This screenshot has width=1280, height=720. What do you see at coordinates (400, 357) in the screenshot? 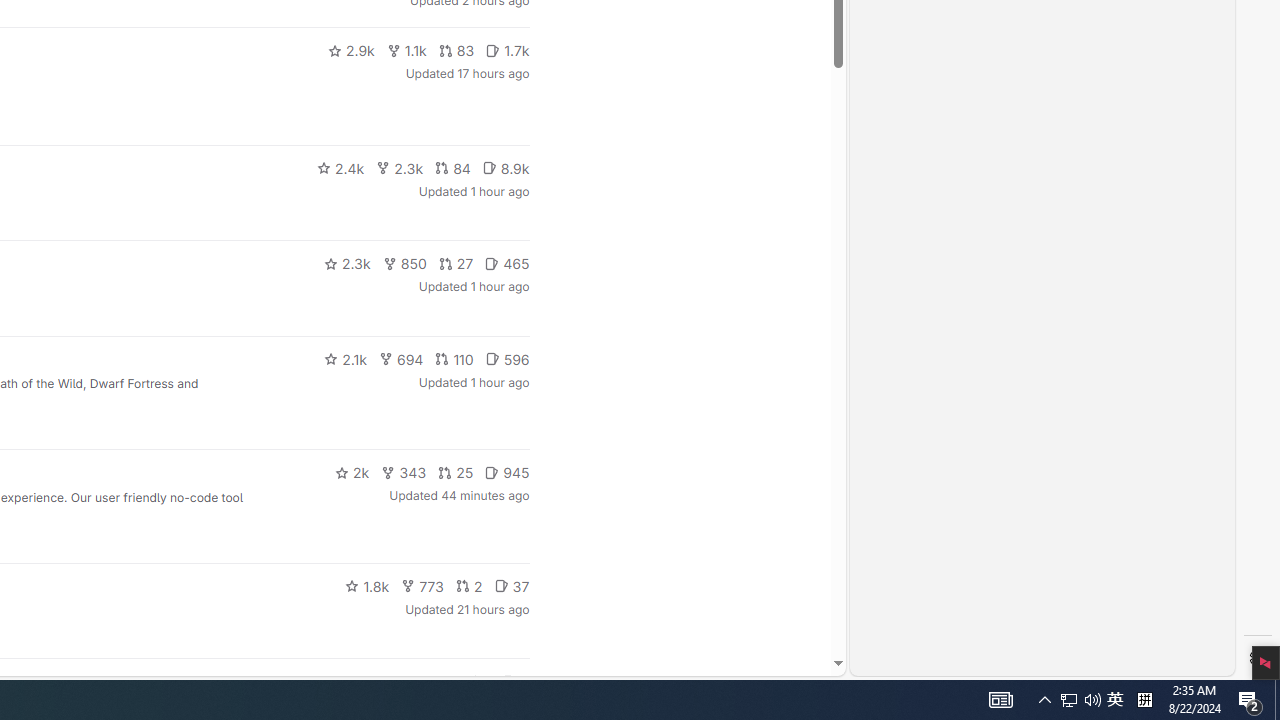
I see `'694'` at bounding box center [400, 357].